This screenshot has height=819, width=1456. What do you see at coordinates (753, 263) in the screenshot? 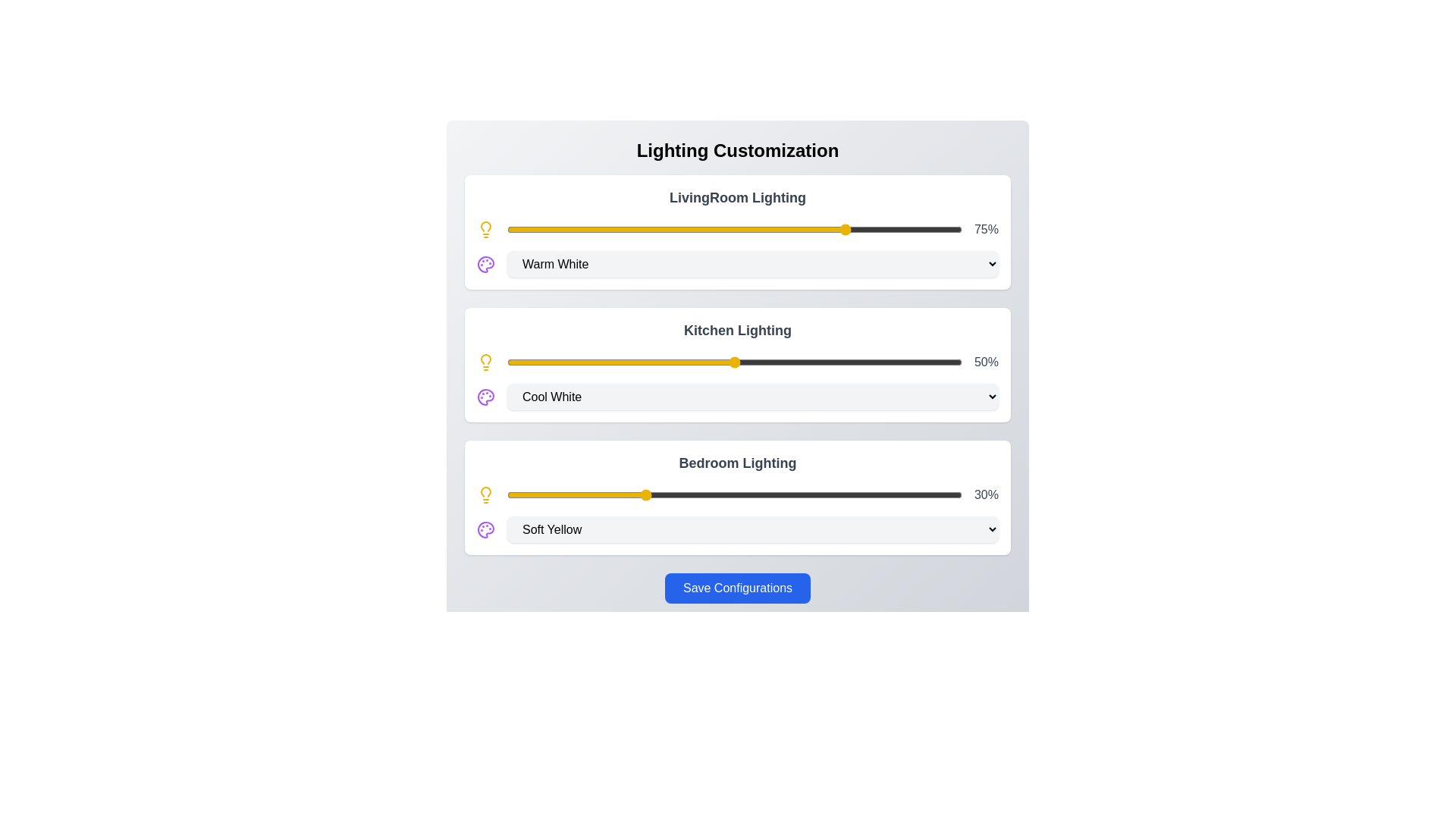
I see `the color Cool White from the dropdown menu of the livingRoom lighting` at bounding box center [753, 263].